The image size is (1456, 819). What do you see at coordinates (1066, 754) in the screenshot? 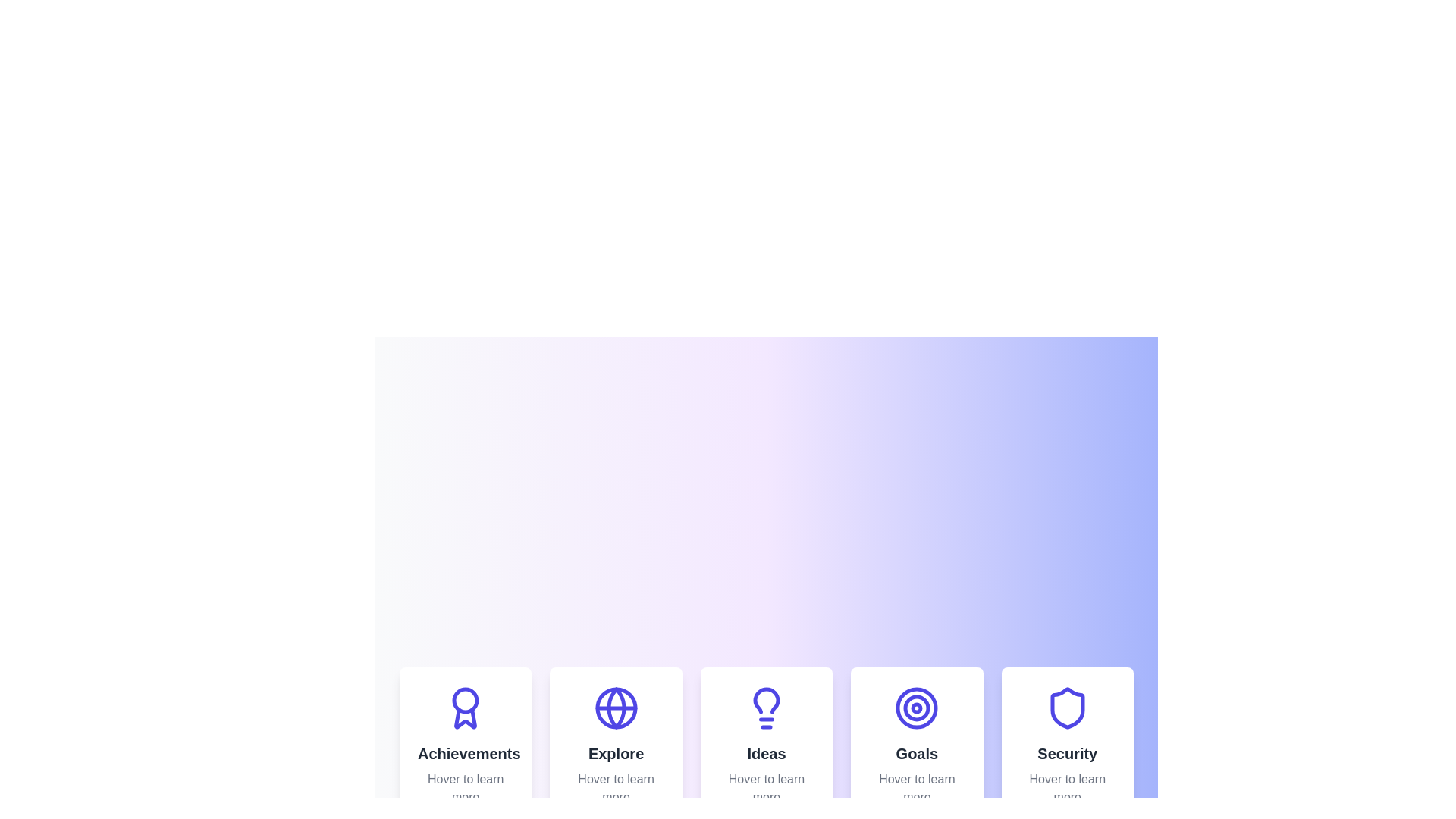
I see `the static text label describing the 'Security' feature, which is located within the fifth card in a horizontal row of similar containers` at bounding box center [1066, 754].